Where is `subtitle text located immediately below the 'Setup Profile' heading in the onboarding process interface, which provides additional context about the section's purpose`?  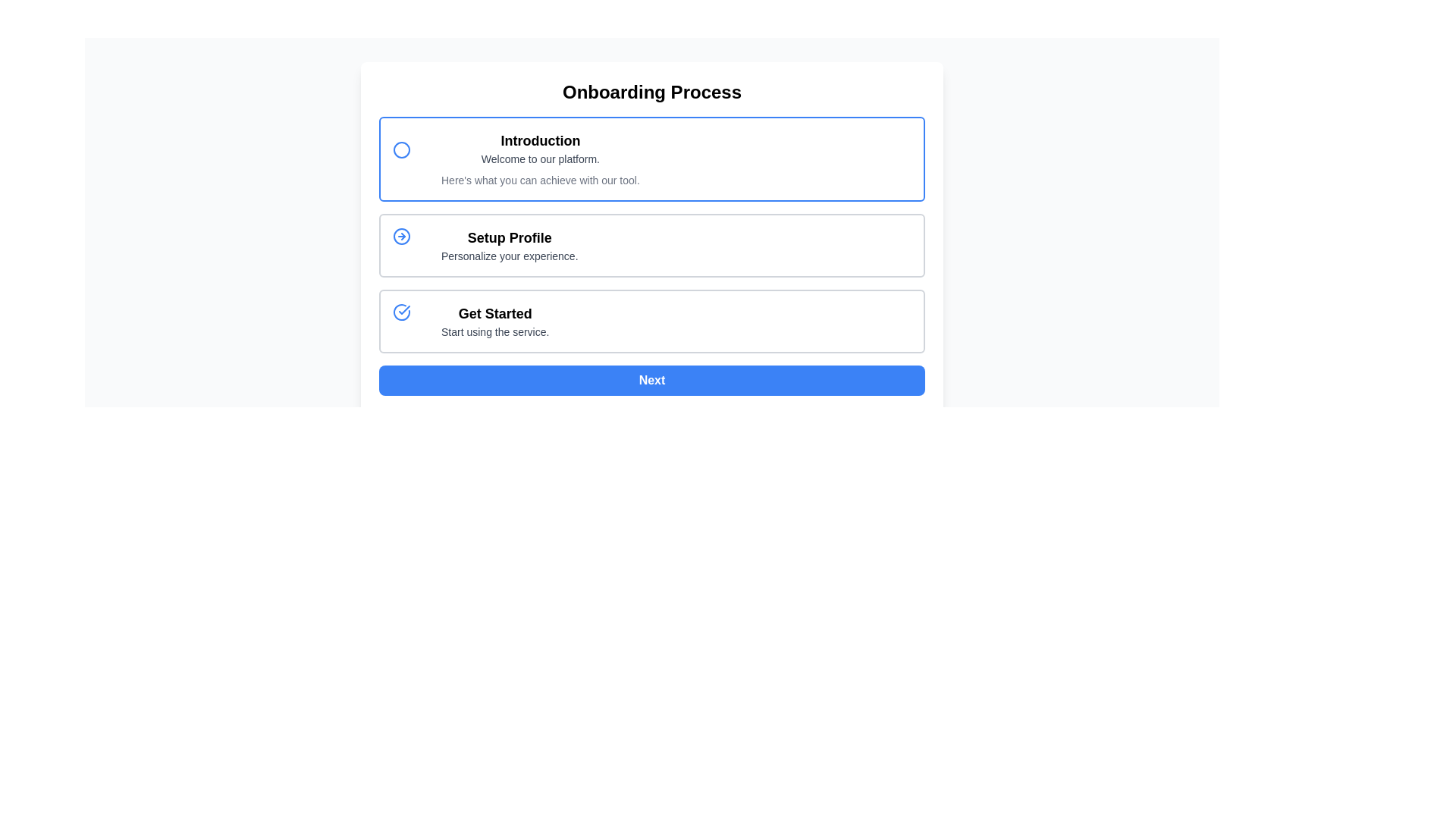 subtitle text located immediately below the 'Setup Profile' heading in the onboarding process interface, which provides additional context about the section's purpose is located at coordinates (510, 256).